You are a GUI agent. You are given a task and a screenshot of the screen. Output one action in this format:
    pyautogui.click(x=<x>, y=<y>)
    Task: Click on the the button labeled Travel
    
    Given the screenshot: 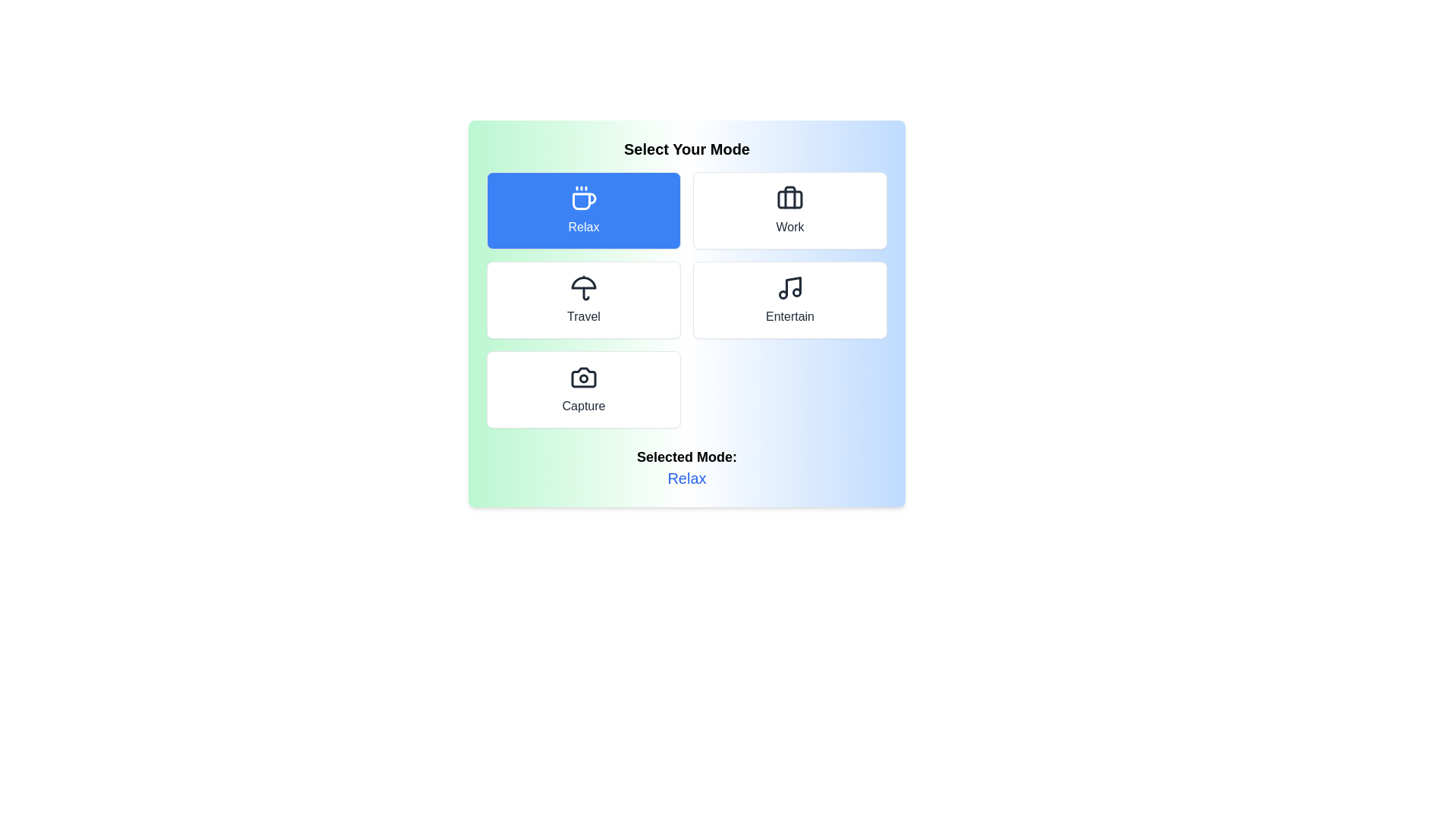 What is the action you would take?
    pyautogui.click(x=582, y=300)
    